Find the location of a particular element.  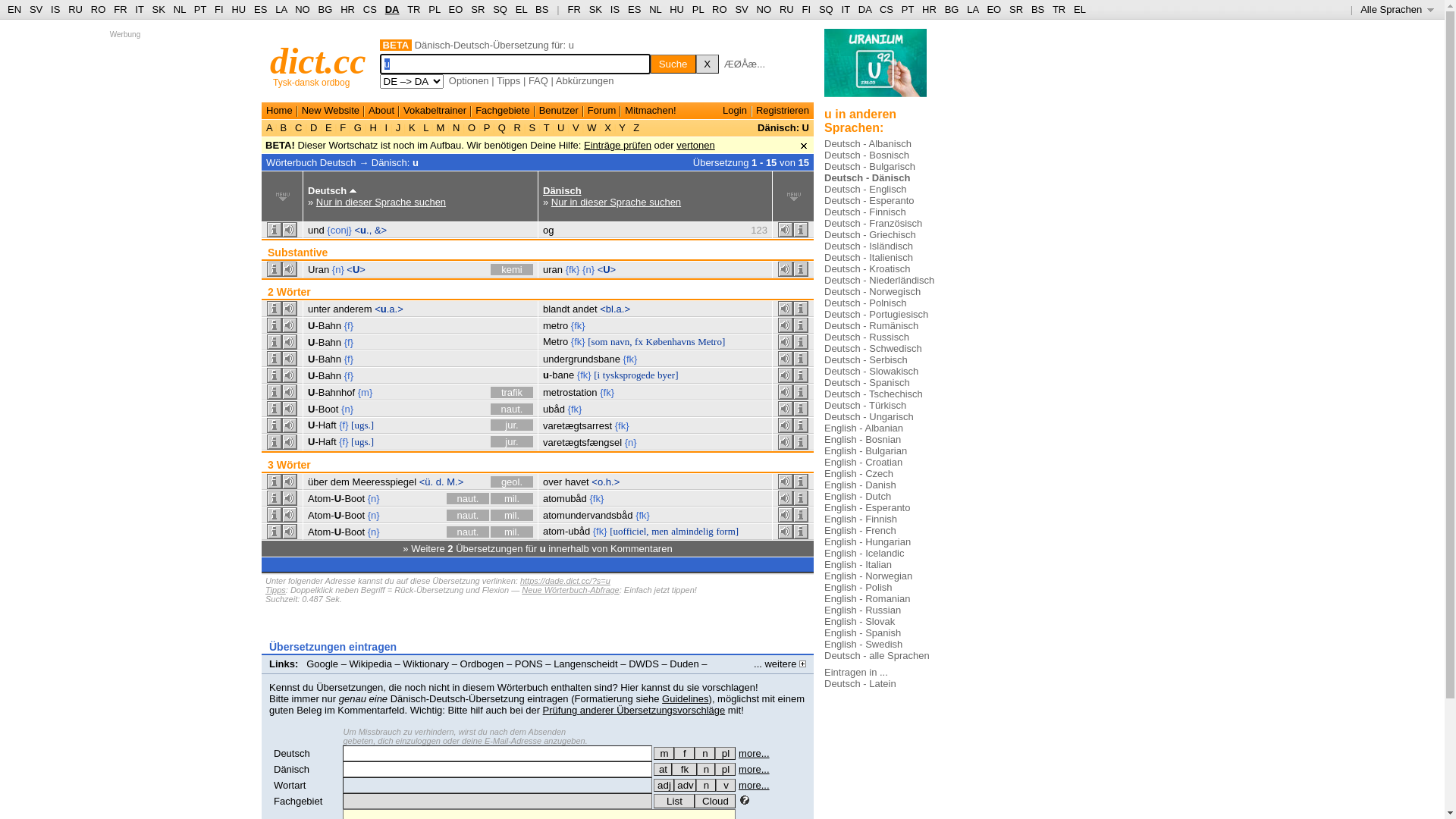

'Deutsch - Spanisch' is located at coordinates (867, 381).